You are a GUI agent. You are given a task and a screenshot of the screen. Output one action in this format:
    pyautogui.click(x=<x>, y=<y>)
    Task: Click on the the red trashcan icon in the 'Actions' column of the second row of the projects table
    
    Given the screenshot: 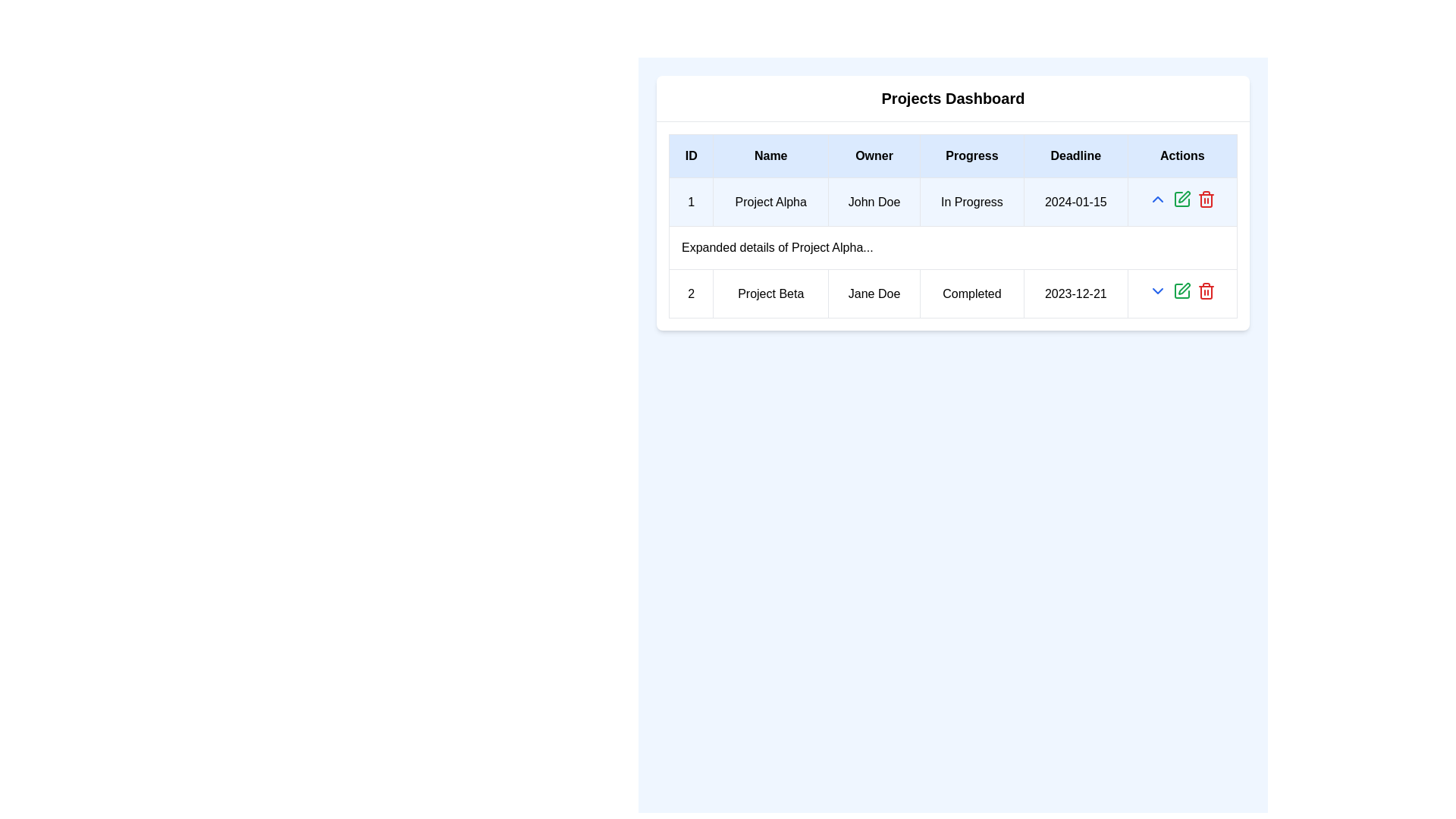 What is the action you would take?
    pyautogui.click(x=1206, y=198)
    